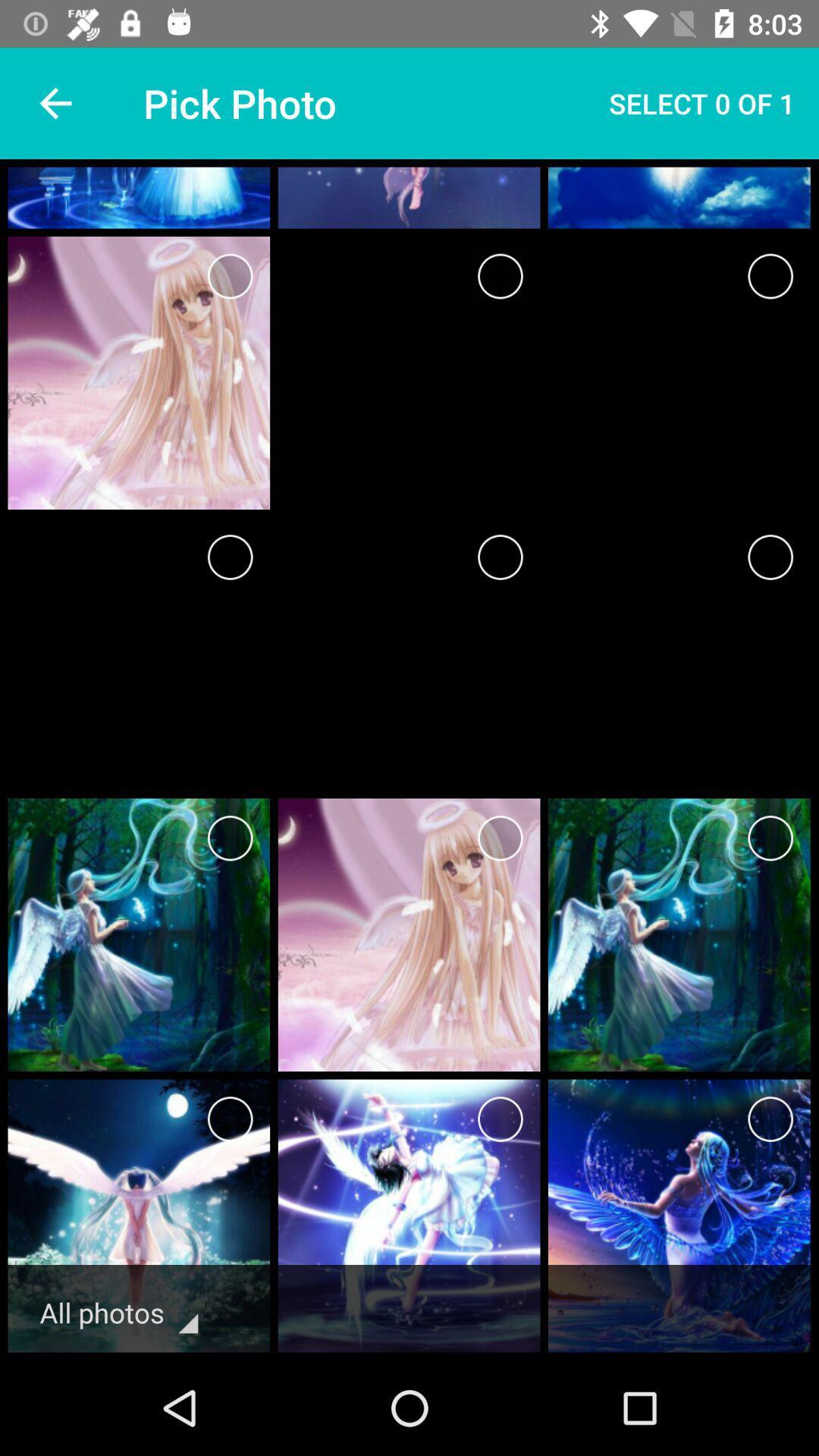 This screenshot has width=819, height=1456. What do you see at coordinates (500, 276) in the screenshot?
I see `photo` at bounding box center [500, 276].